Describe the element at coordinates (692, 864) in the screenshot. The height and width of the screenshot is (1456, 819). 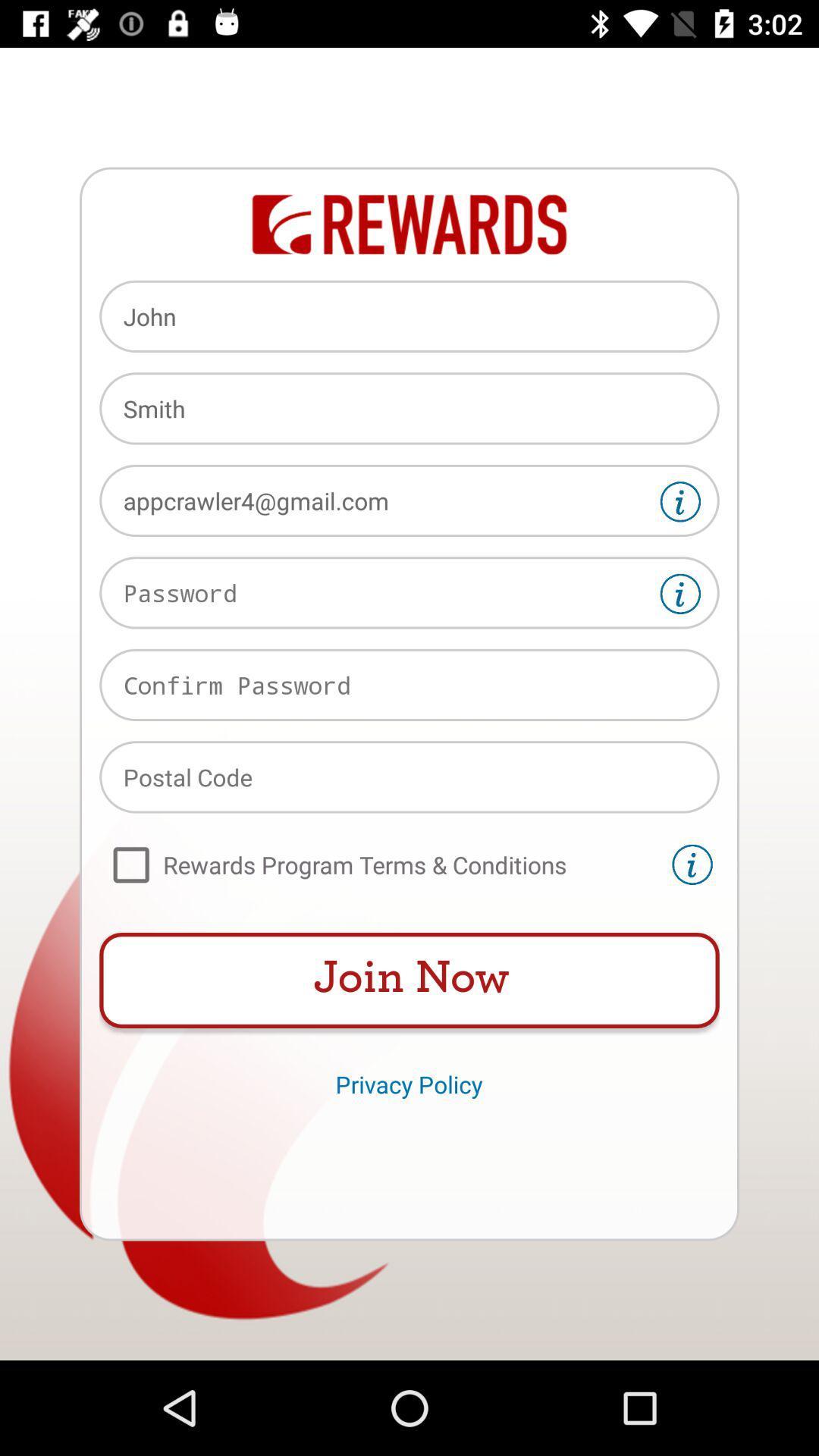
I see `more information about rewards program` at that location.